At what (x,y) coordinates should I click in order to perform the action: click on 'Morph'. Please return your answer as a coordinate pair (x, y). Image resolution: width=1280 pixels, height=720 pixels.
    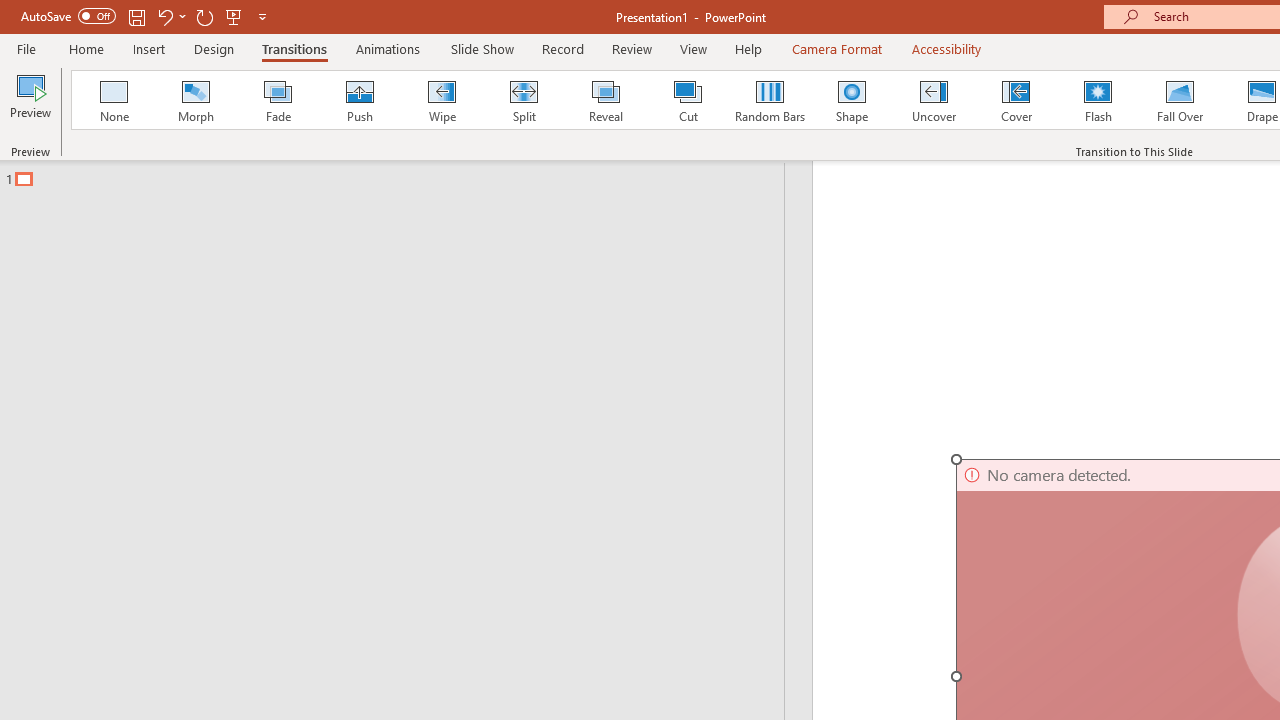
    Looking at the image, I should click on (195, 100).